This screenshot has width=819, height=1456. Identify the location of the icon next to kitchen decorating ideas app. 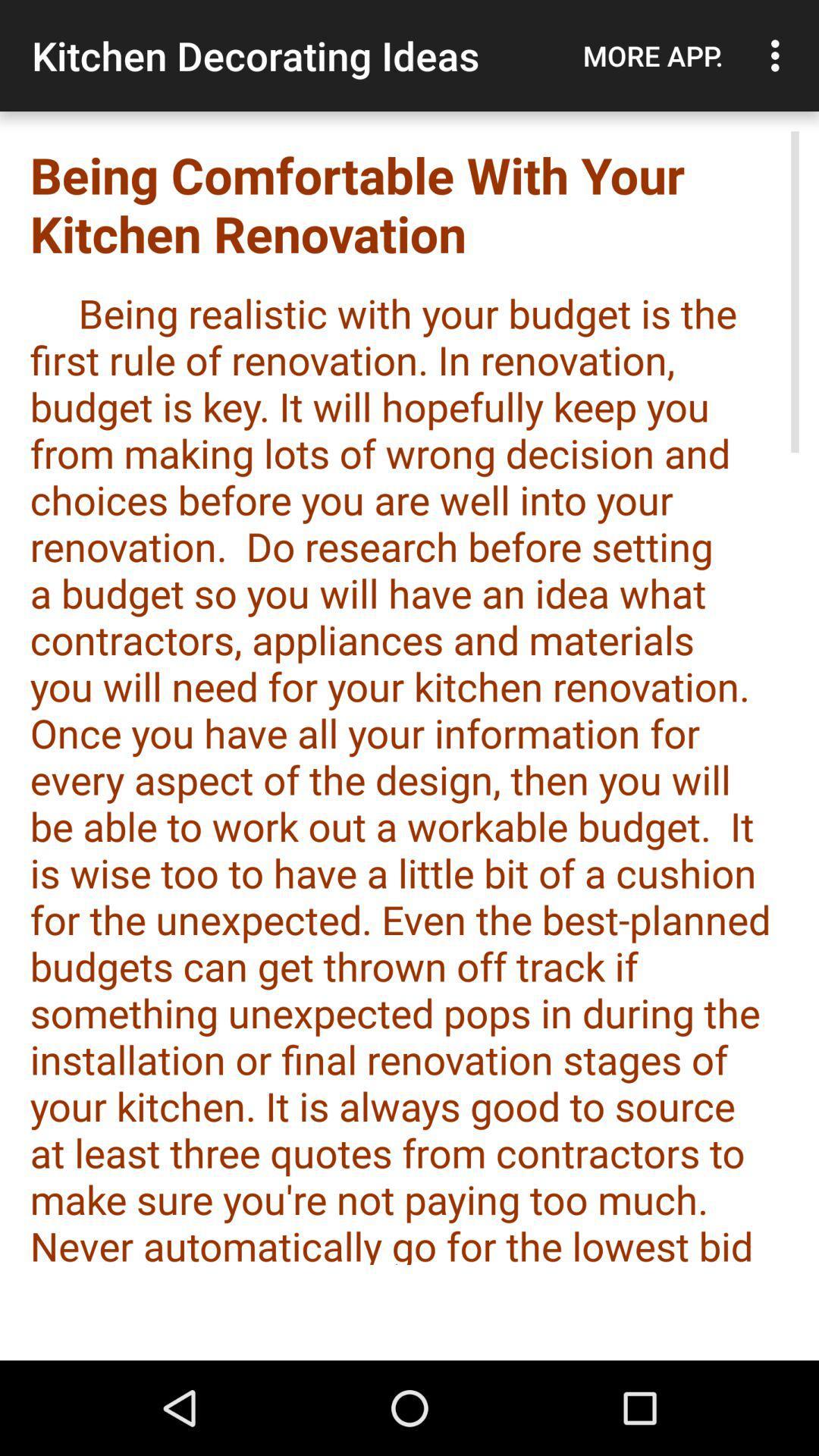
(652, 55).